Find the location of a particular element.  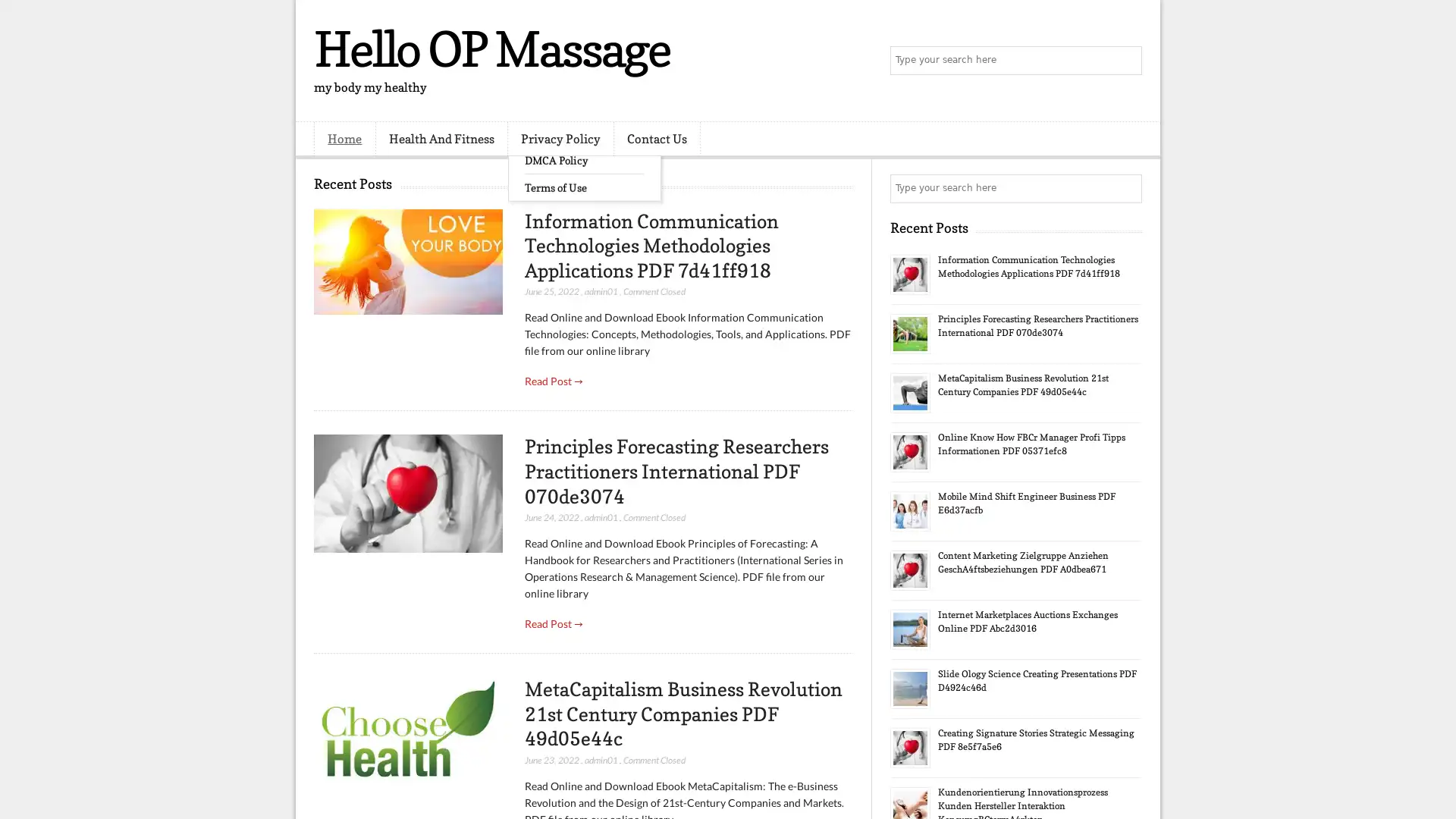

Search is located at coordinates (1126, 188).